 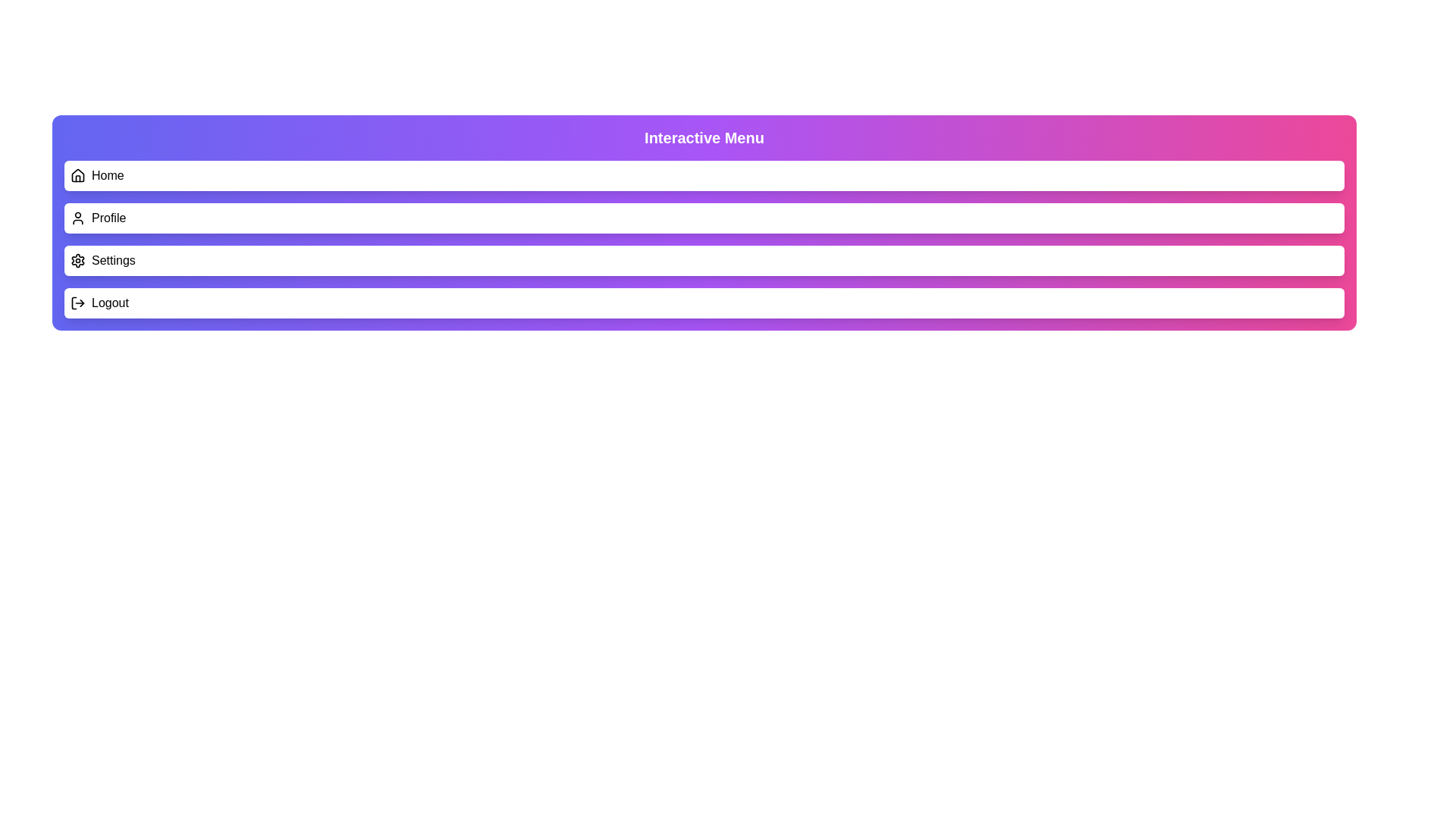 What do you see at coordinates (704, 303) in the screenshot?
I see `the menu item labeled Logout to observe style changes` at bounding box center [704, 303].